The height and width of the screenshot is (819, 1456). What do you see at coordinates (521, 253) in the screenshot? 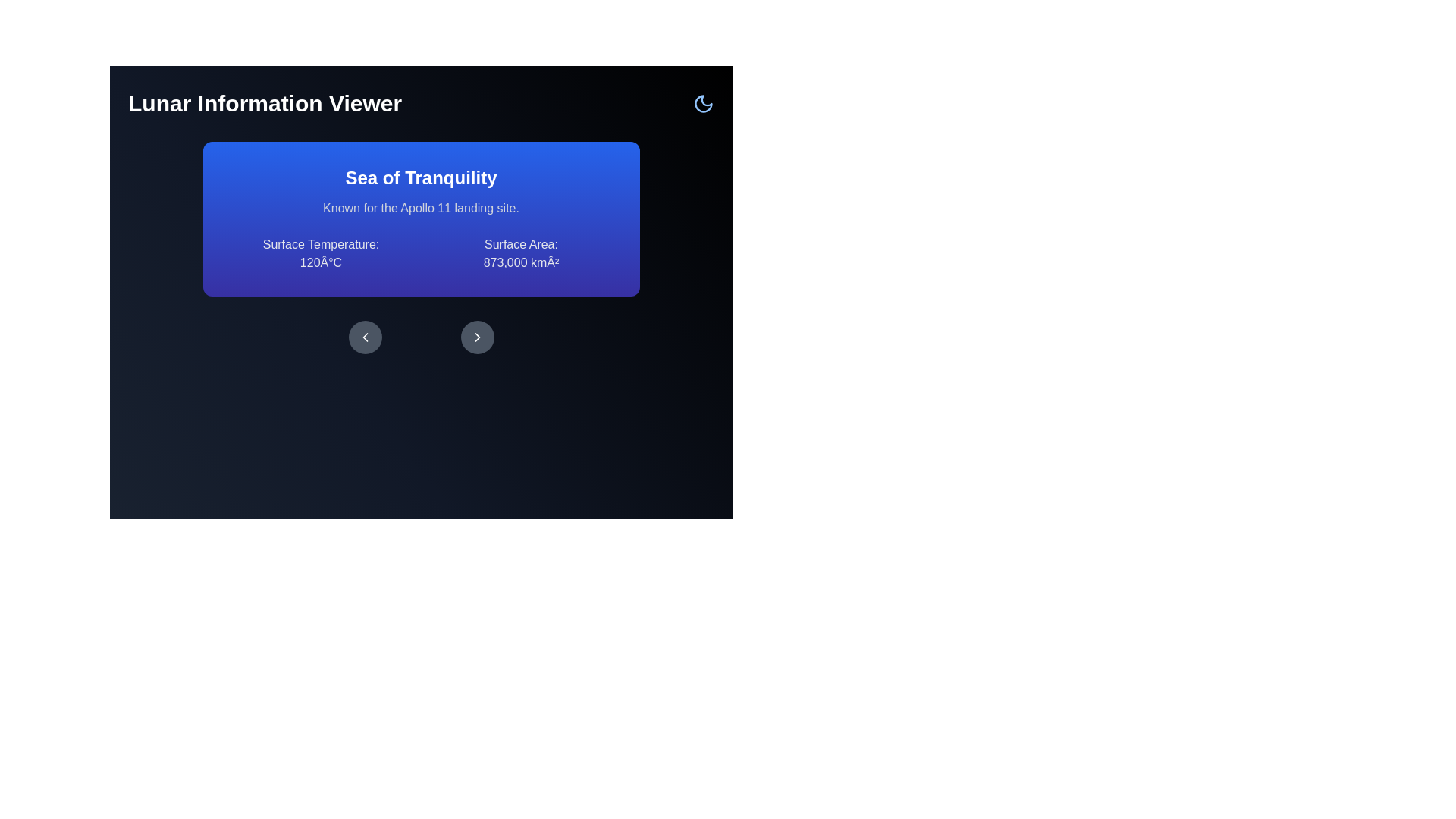
I see `static text display that shows the surface area, specifically the entry '873,000 km²', located in the right column of a two-column grid layout` at bounding box center [521, 253].